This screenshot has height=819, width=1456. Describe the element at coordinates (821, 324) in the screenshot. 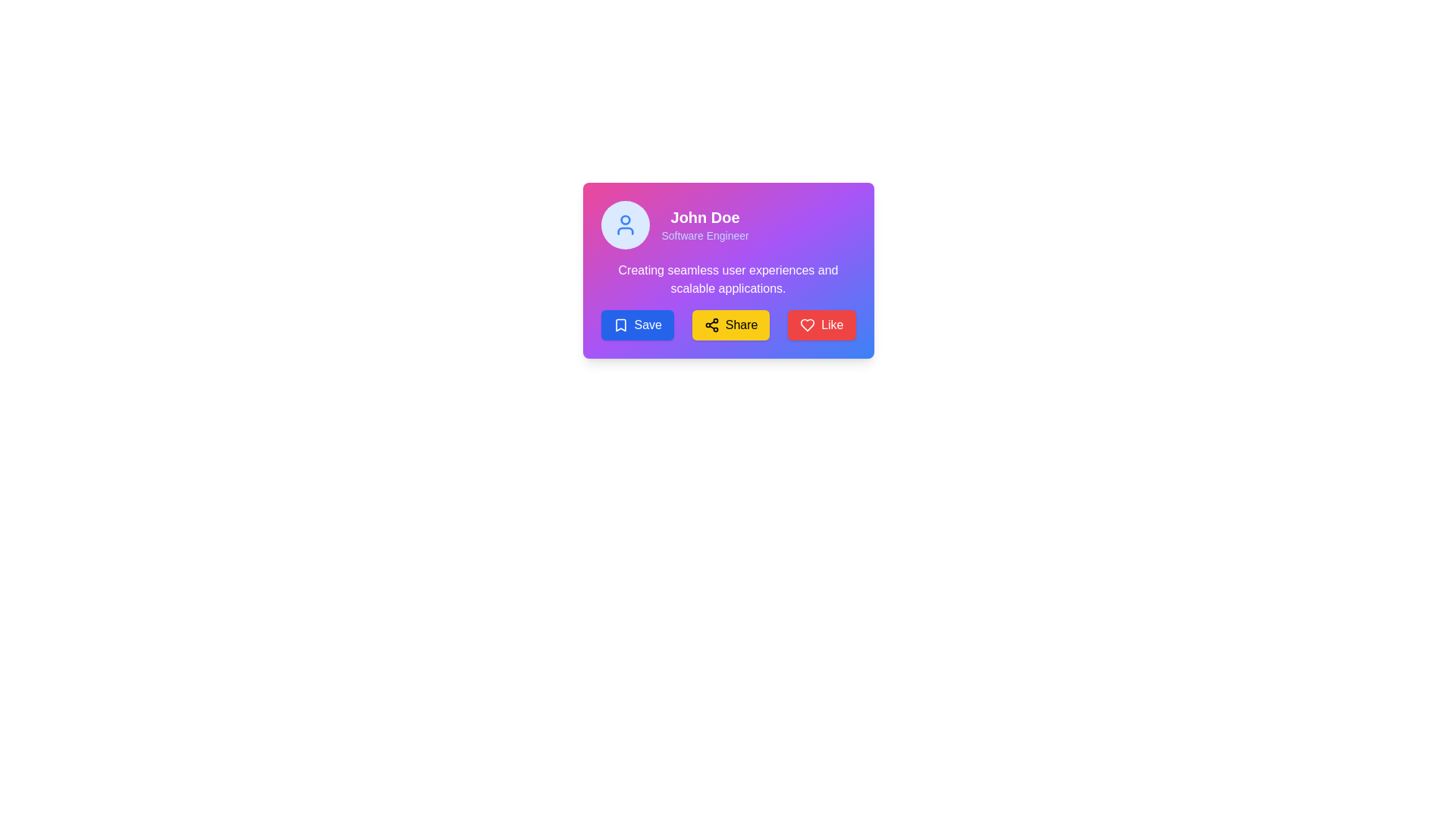

I see `the 'Like' button, which has a red background with white text and a heart icon, located at the bottom right of the card` at that location.